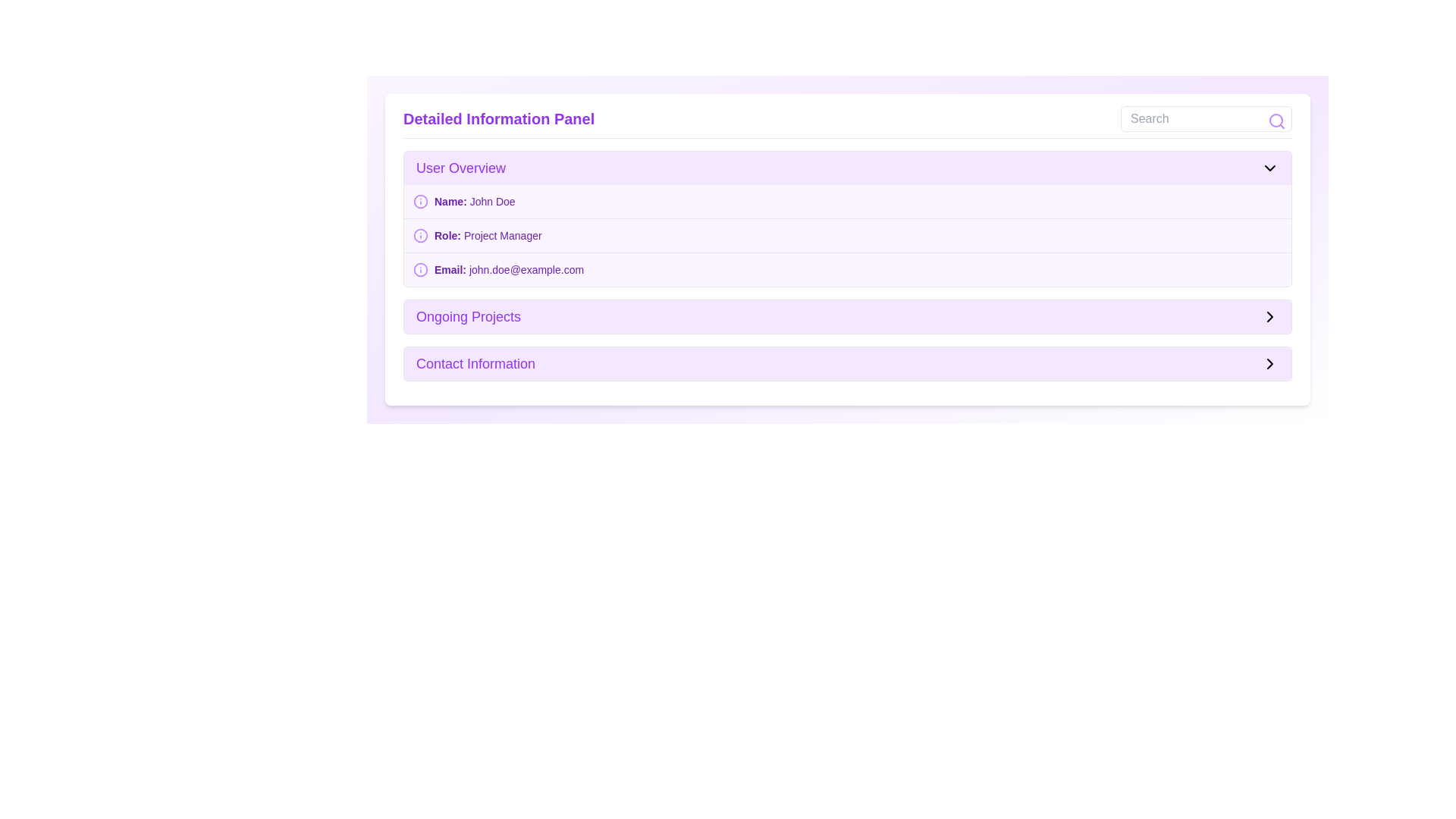 This screenshot has height=819, width=1456. Describe the element at coordinates (475, 363) in the screenshot. I see `text content of the 'Contact Information' header located in the 'Detailed Information Panel' under the 'Ongoing Projects' section` at that location.